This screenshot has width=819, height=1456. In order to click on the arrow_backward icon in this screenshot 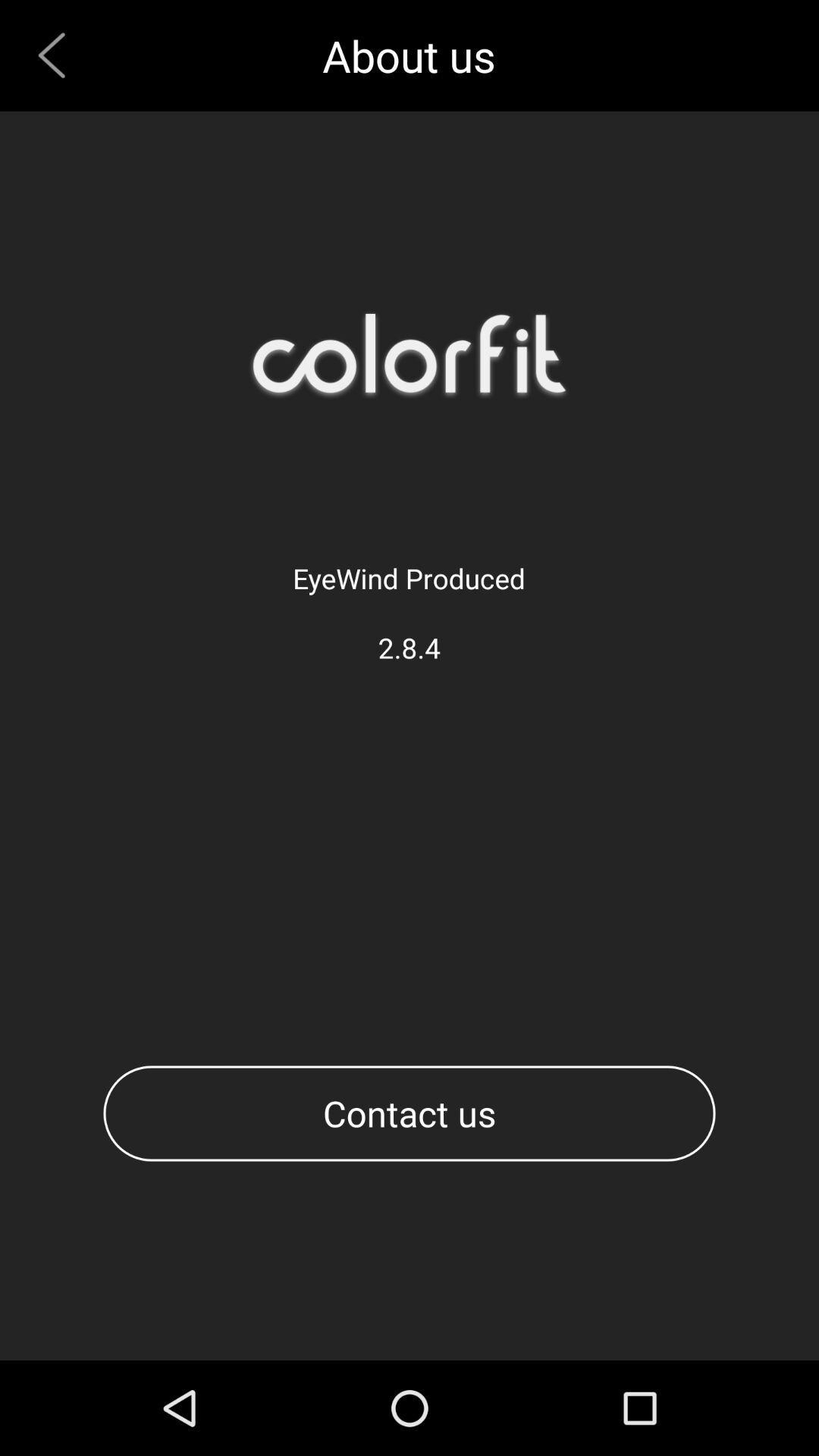, I will do `click(57, 59)`.